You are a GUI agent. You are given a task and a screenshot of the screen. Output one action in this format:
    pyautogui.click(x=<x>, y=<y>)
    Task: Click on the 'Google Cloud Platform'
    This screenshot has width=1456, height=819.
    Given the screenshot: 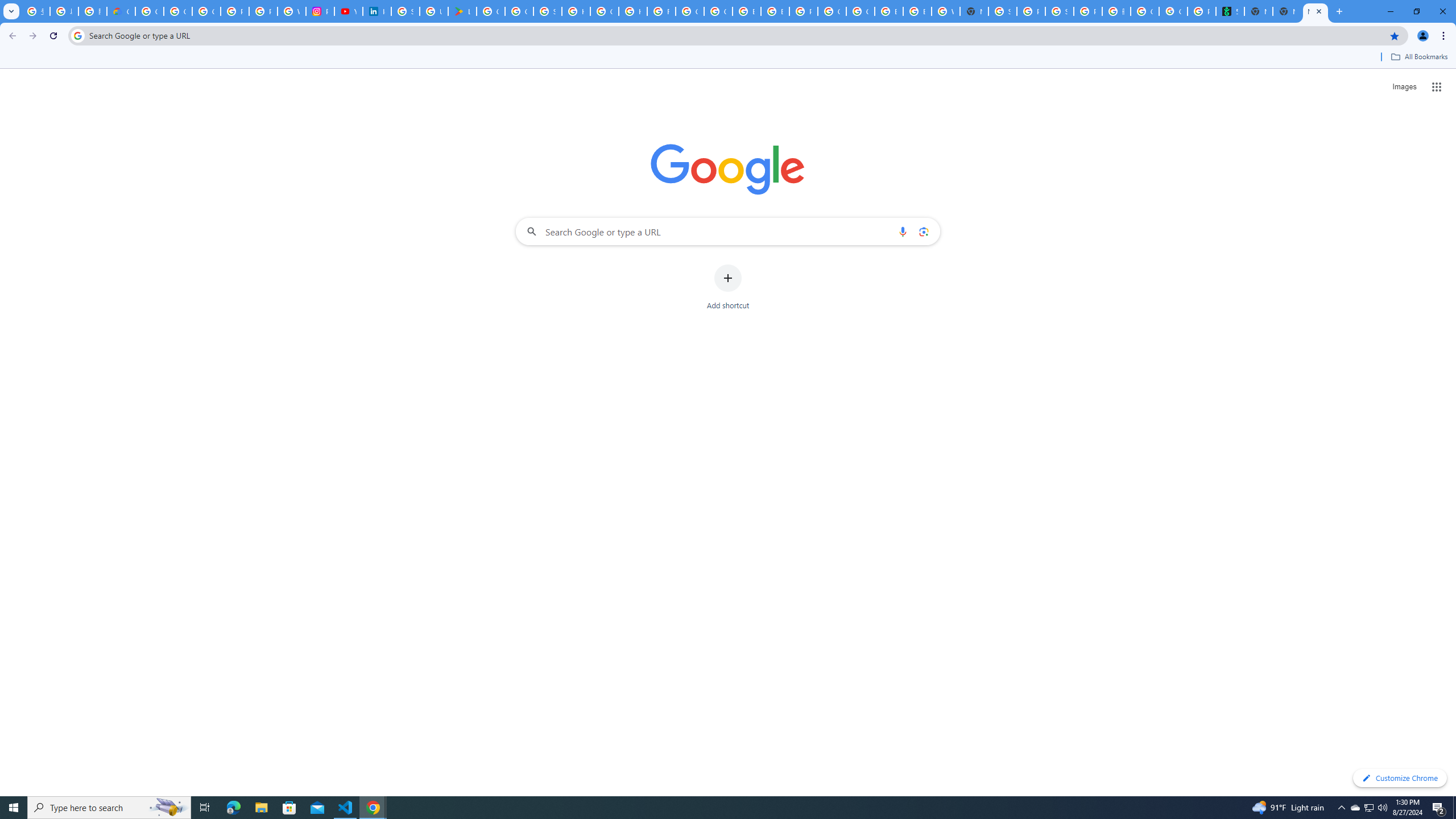 What is the action you would take?
    pyautogui.click(x=860, y=11)
    